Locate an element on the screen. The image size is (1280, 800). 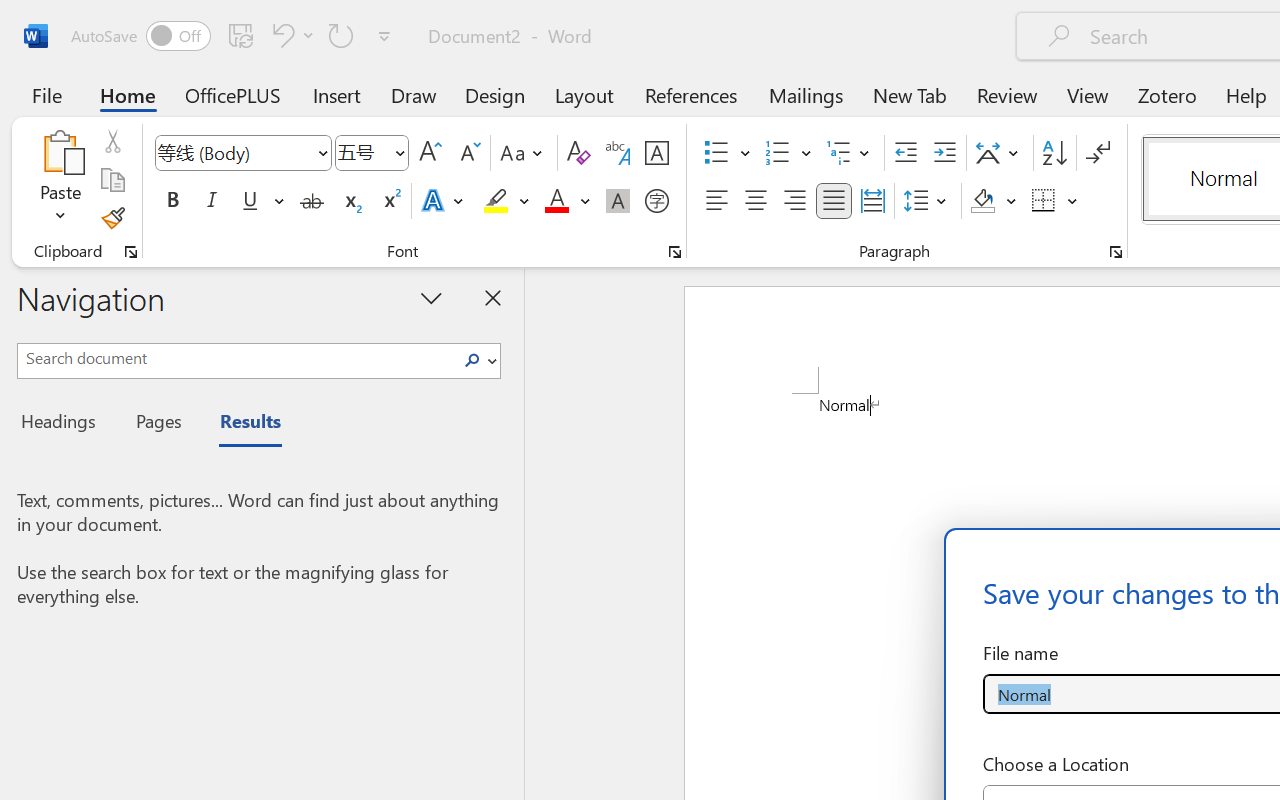
'Repeat Doc Close' is located at coordinates (341, 34).